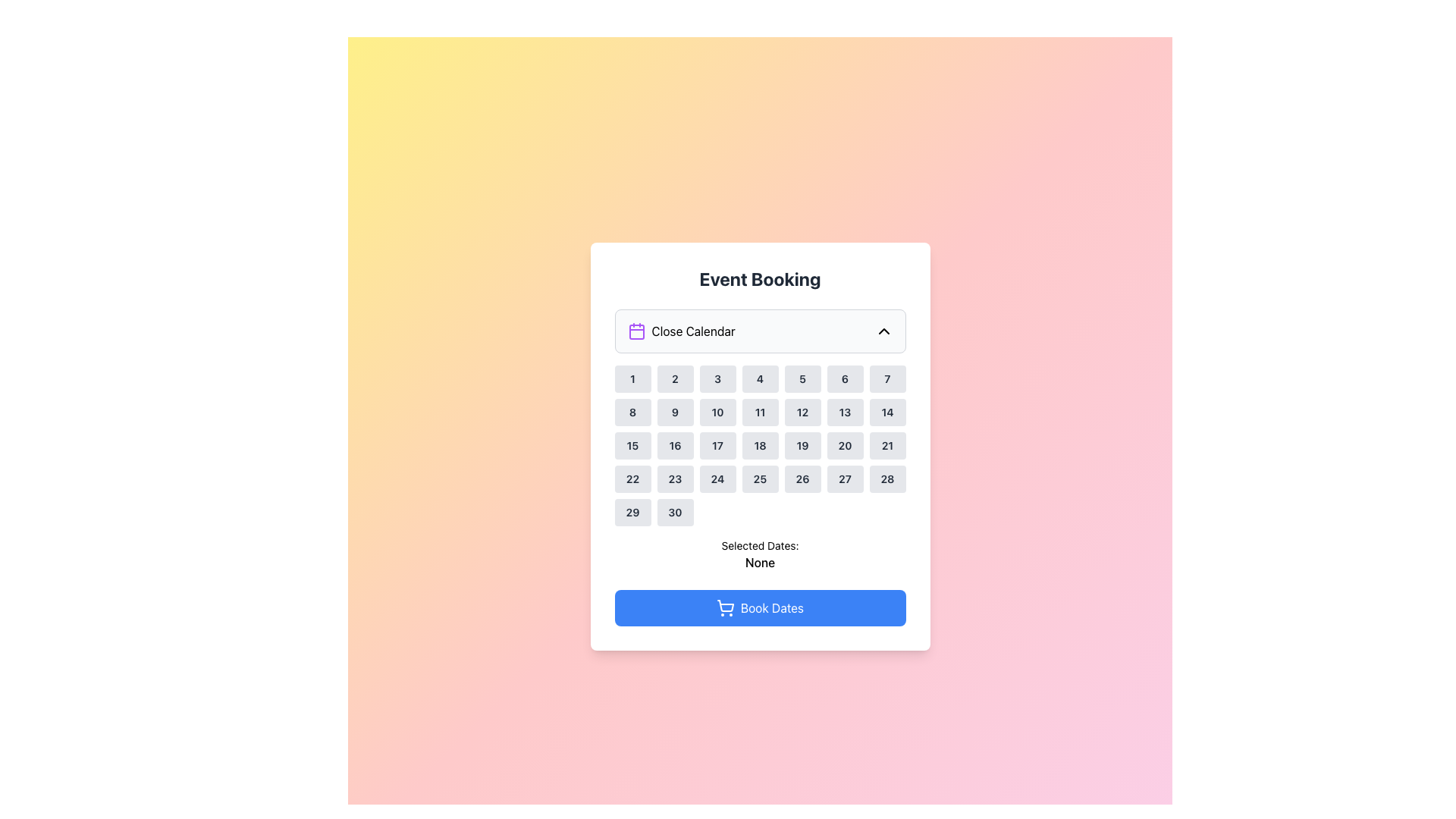  What do you see at coordinates (887, 378) in the screenshot?
I see `the button representing the date '7' in the calendar interface` at bounding box center [887, 378].